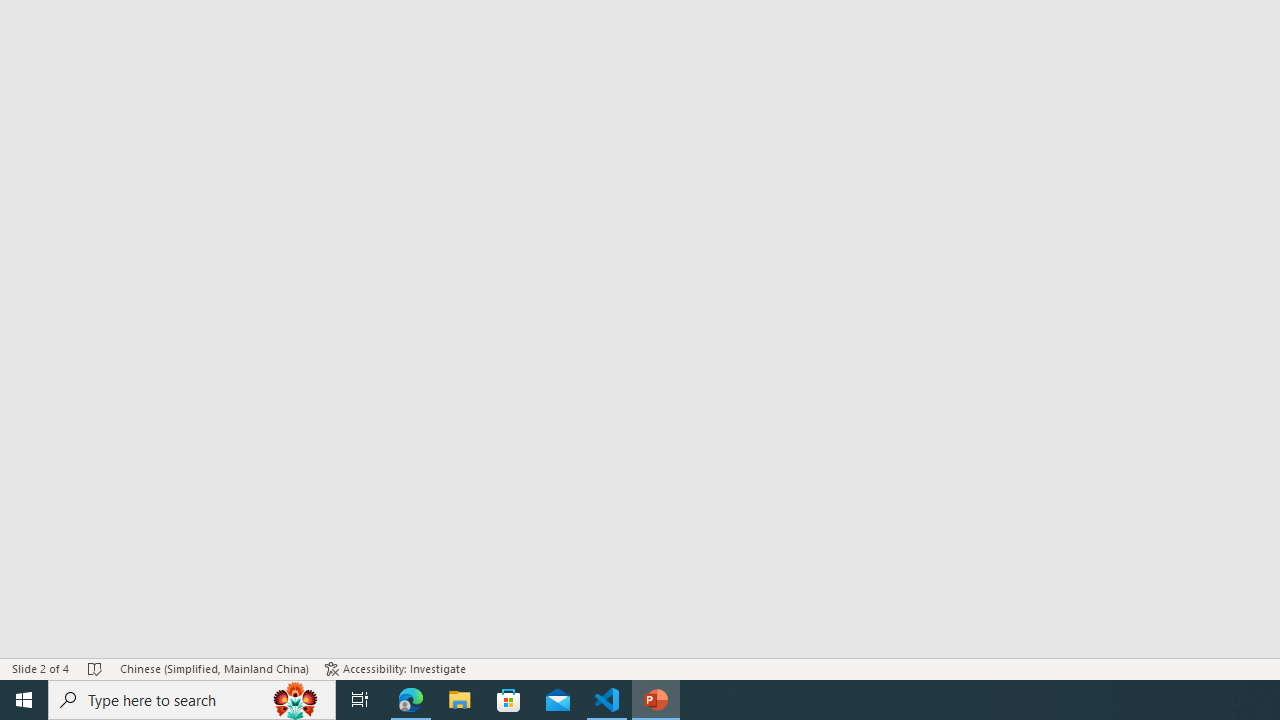 The width and height of the screenshot is (1280, 720). Describe the element at coordinates (395, 669) in the screenshot. I see `'Accessibility Checker Accessibility: Investigate'` at that location.